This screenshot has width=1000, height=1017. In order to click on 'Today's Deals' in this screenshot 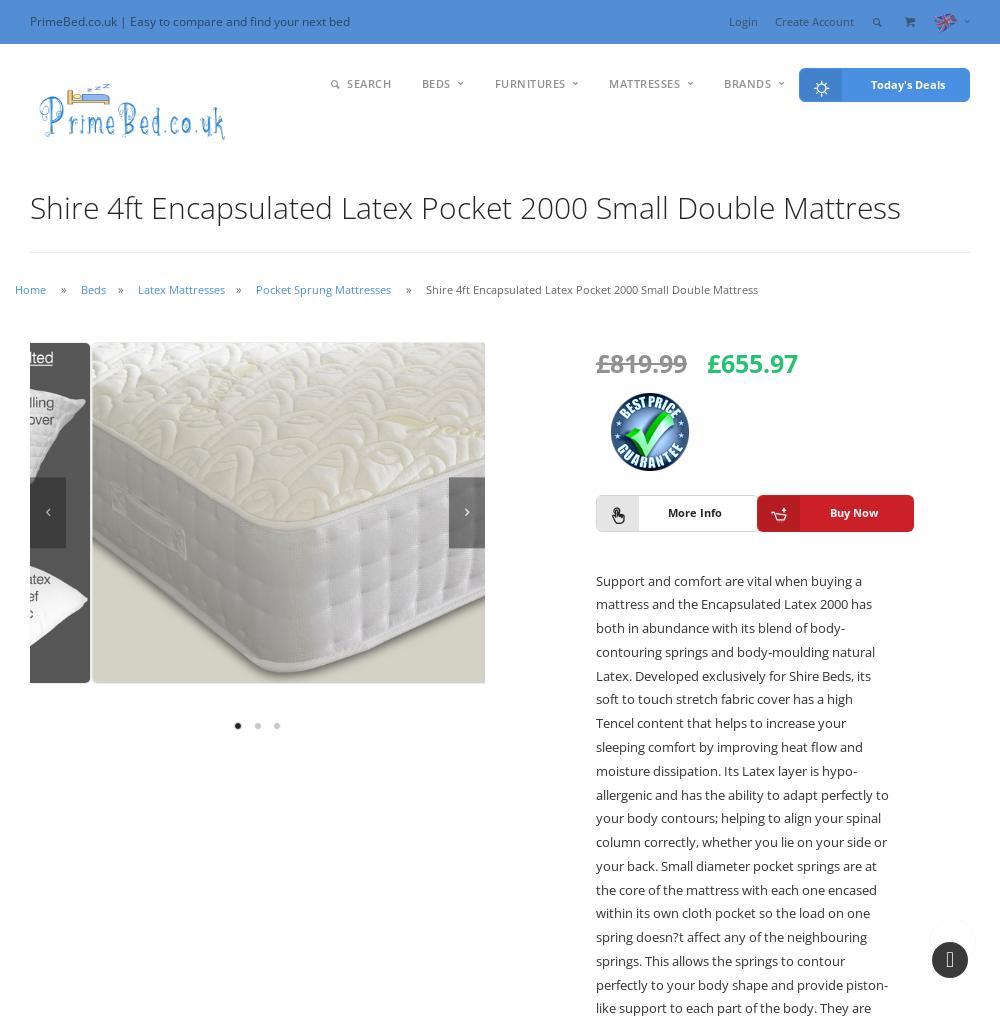, I will do `click(870, 83)`.